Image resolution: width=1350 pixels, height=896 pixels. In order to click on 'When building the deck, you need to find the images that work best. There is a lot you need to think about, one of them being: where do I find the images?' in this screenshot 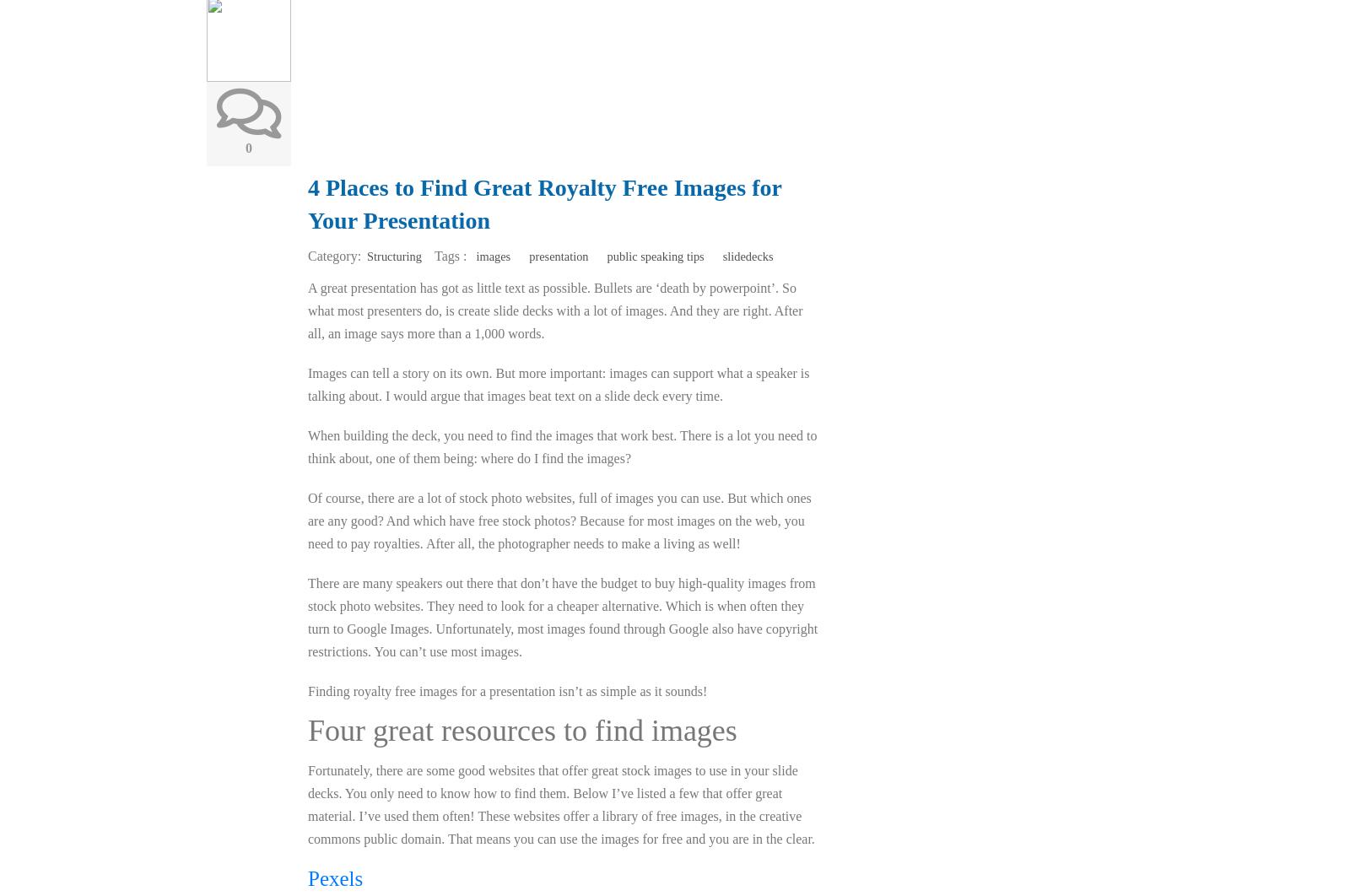, I will do `click(562, 446)`.